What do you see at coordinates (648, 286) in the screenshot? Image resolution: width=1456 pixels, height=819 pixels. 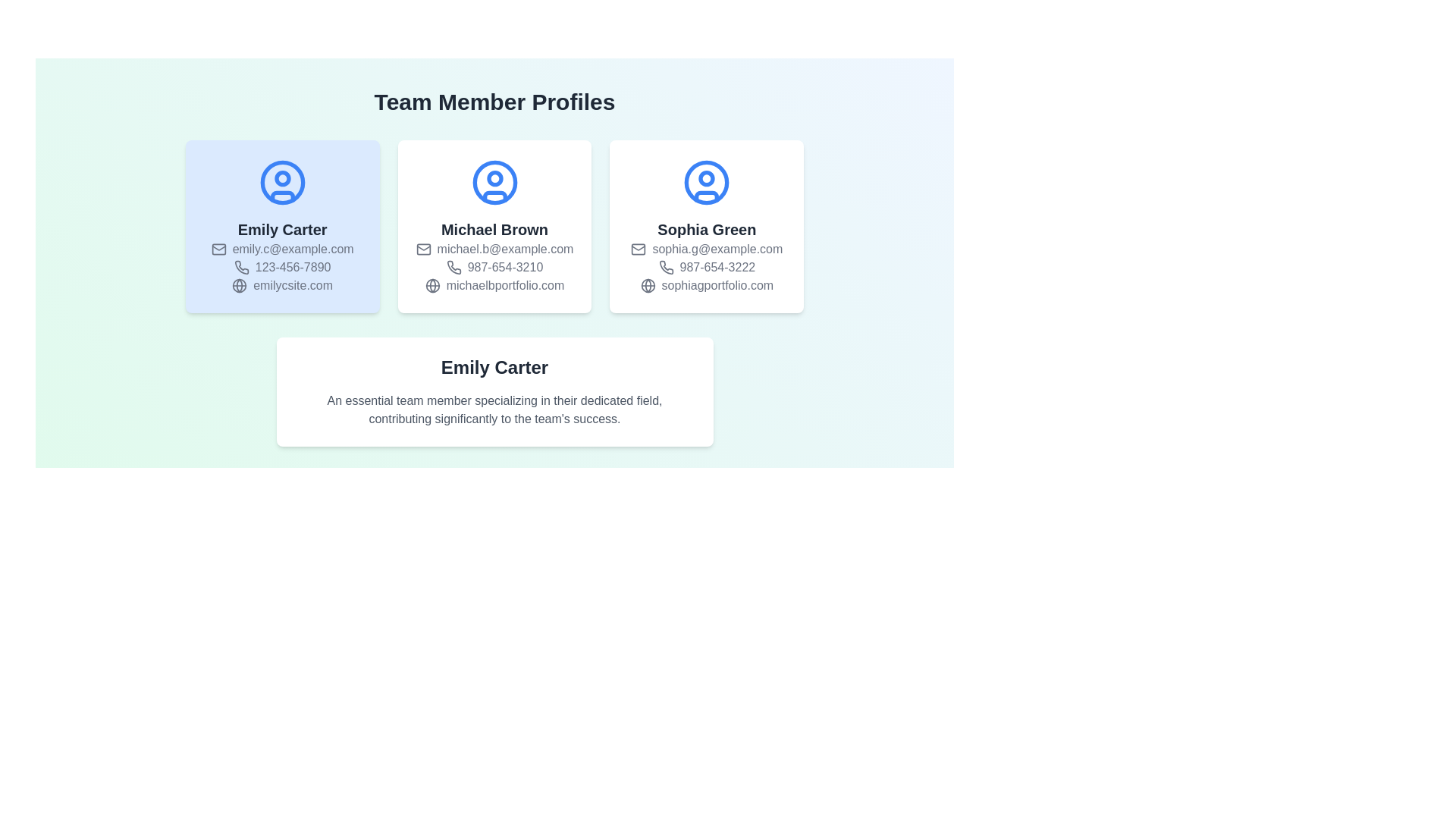 I see `the icon representing the web link 'sophiagportfolio.com' located in the 'Sophia Green' profile card on the bottom part, to the right of the associated text` at bounding box center [648, 286].